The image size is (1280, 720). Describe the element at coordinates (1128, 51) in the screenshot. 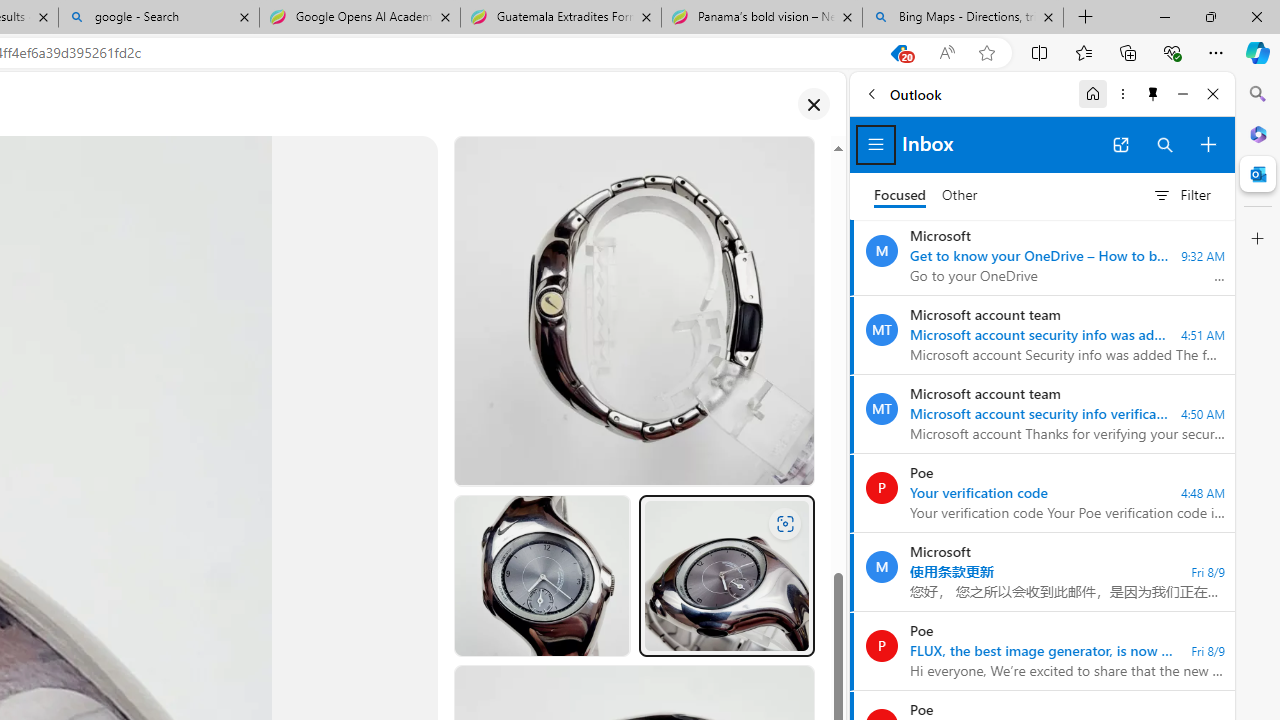

I see `'Collections'` at that location.